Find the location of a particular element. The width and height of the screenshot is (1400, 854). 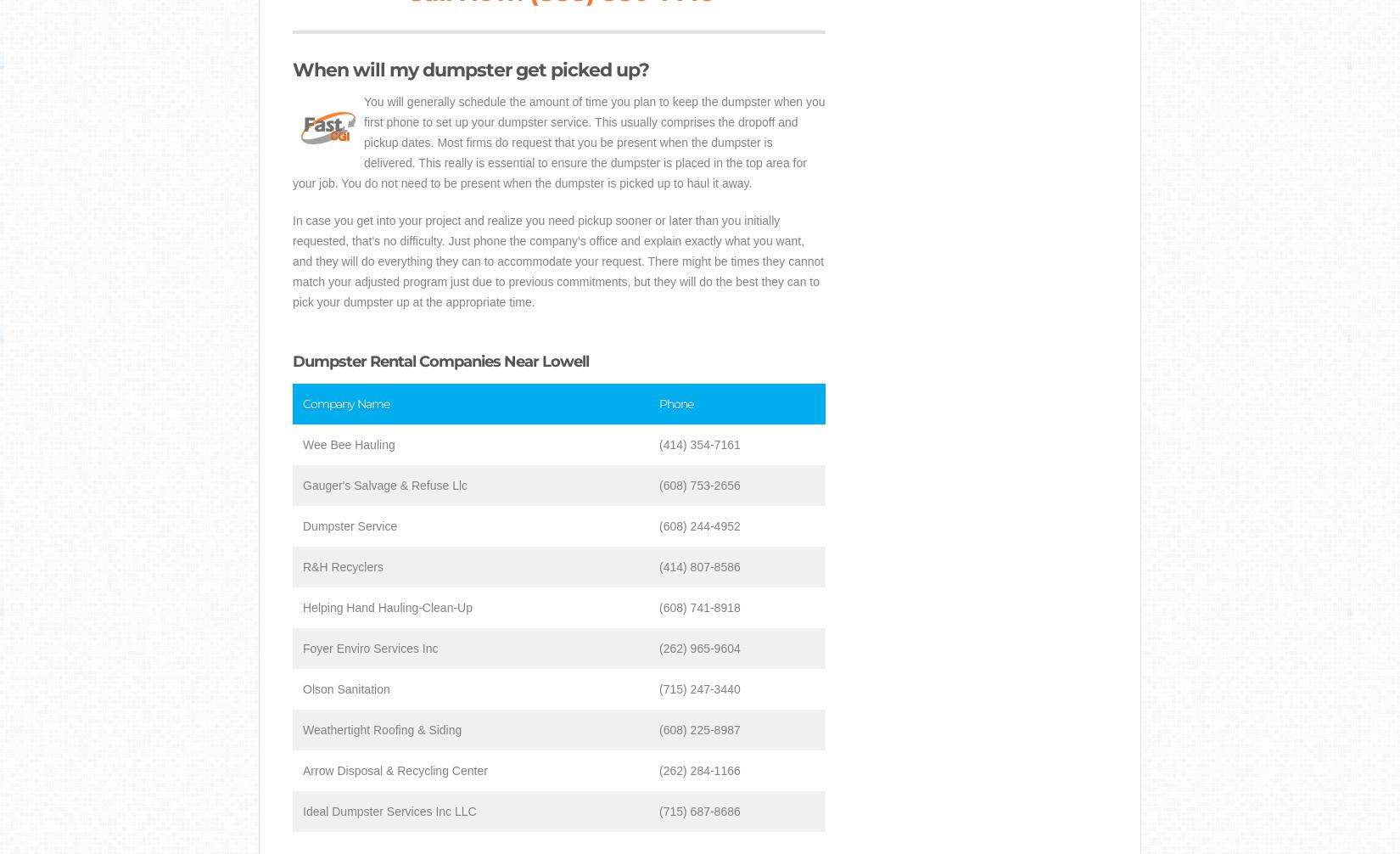

'Ideal Dumpster Services Inc LLC' is located at coordinates (303, 811).